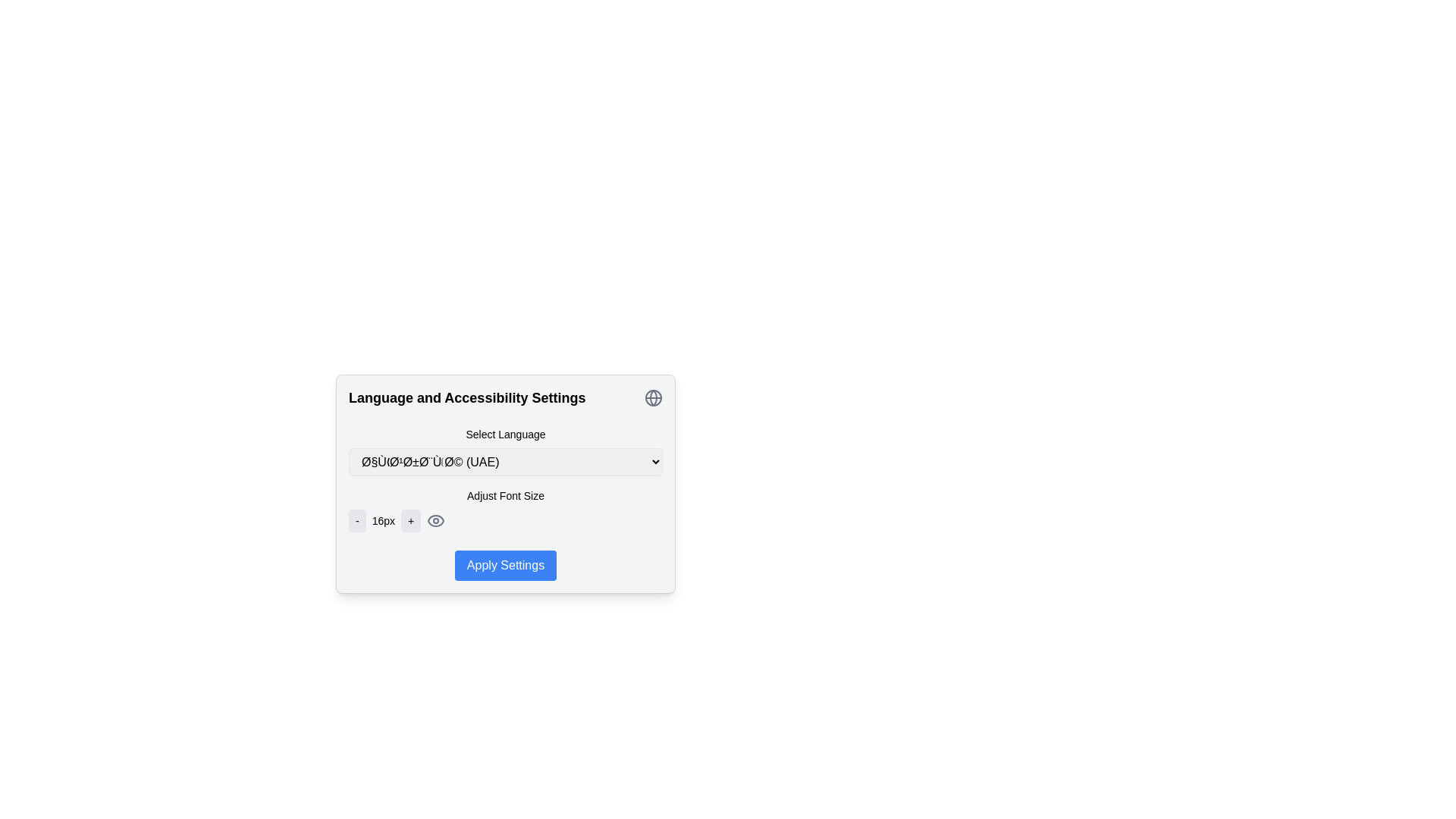 This screenshot has height=819, width=1456. What do you see at coordinates (383, 519) in the screenshot?
I see `the static text label that displays the current font size, positioned between the '-' and '+' buttons` at bounding box center [383, 519].